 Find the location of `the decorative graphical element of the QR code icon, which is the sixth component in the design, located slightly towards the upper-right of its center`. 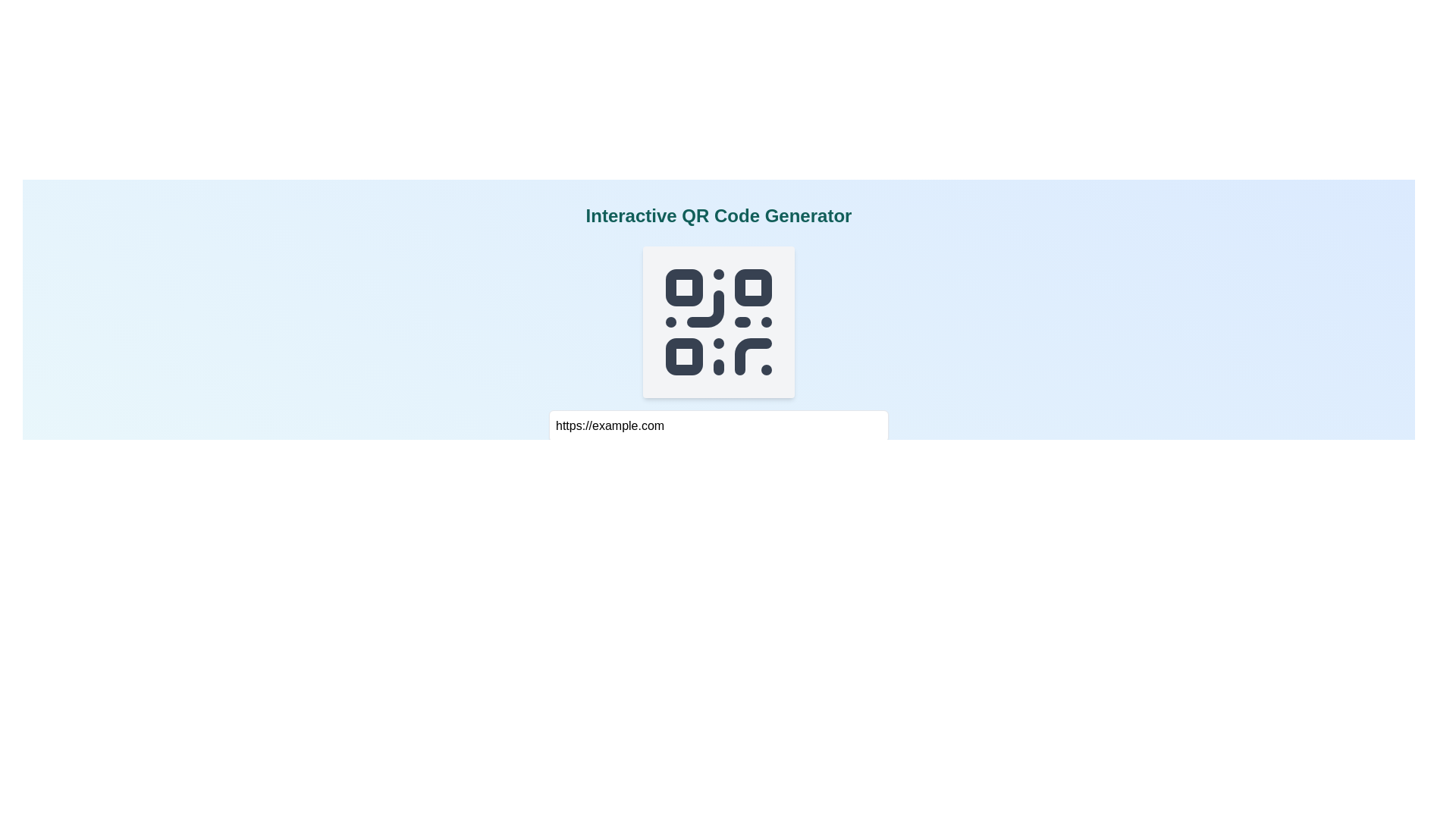

the decorative graphical element of the QR code icon, which is the sixth component in the design, located slightly towards the upper-right of its center is located at coordinates (704, 308).